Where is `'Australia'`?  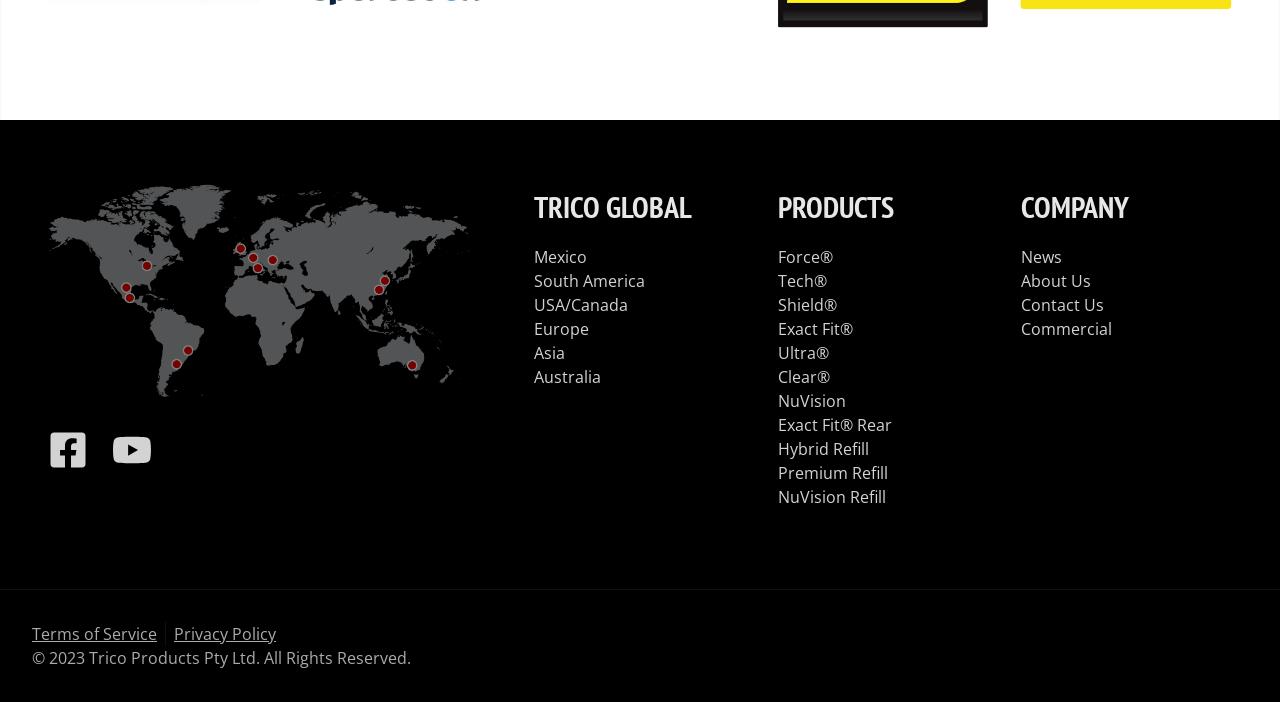 'Australia' is located at coordinates (566, 374).